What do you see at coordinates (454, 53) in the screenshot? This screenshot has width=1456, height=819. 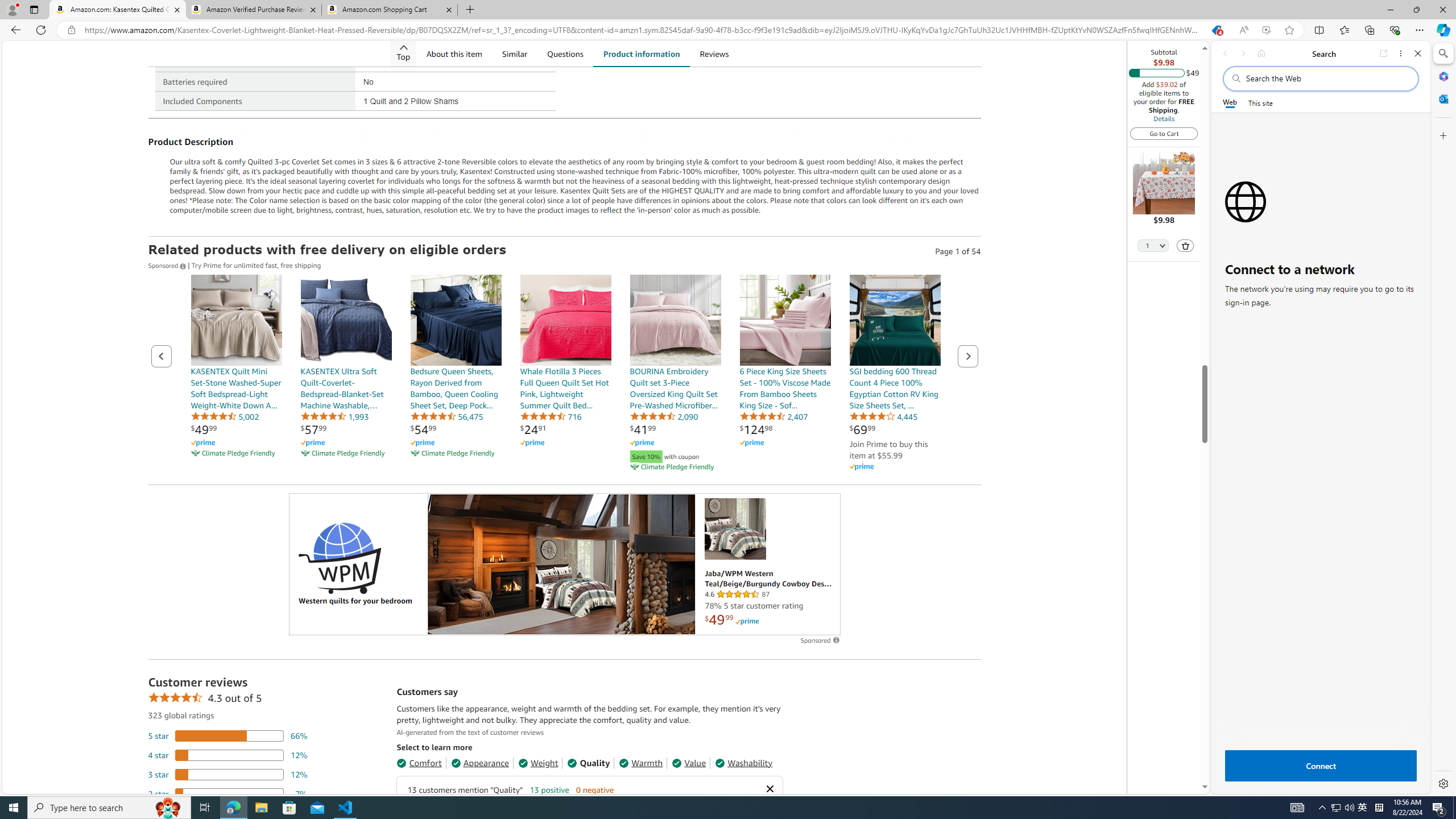 I see `'About this item'` at bounding box center [454, 53].